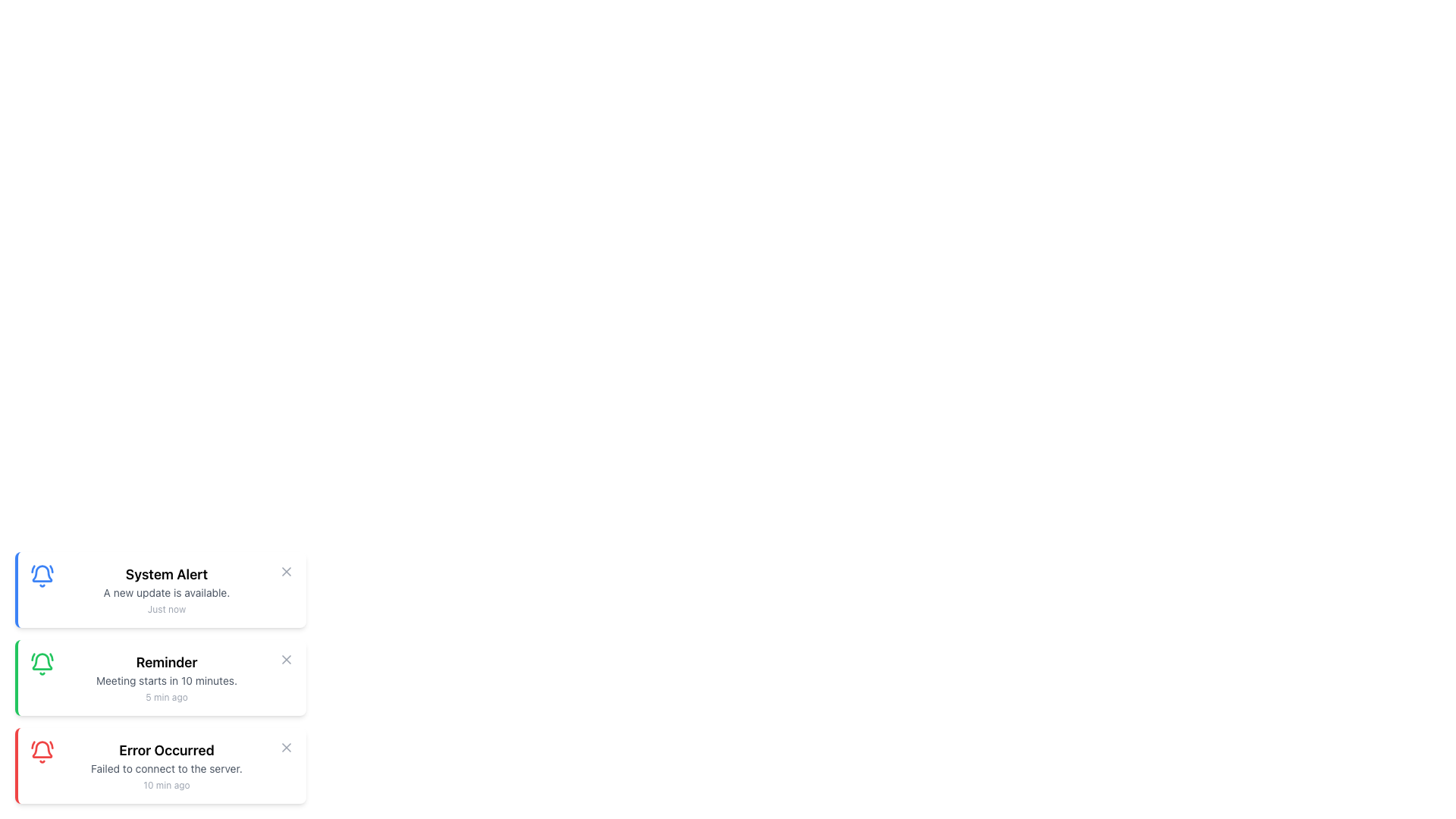 The image size is (1456, 819). I want to click on the dismiss button located in the top-right corner of the 'System Alert' notification card, so click(287, 571).